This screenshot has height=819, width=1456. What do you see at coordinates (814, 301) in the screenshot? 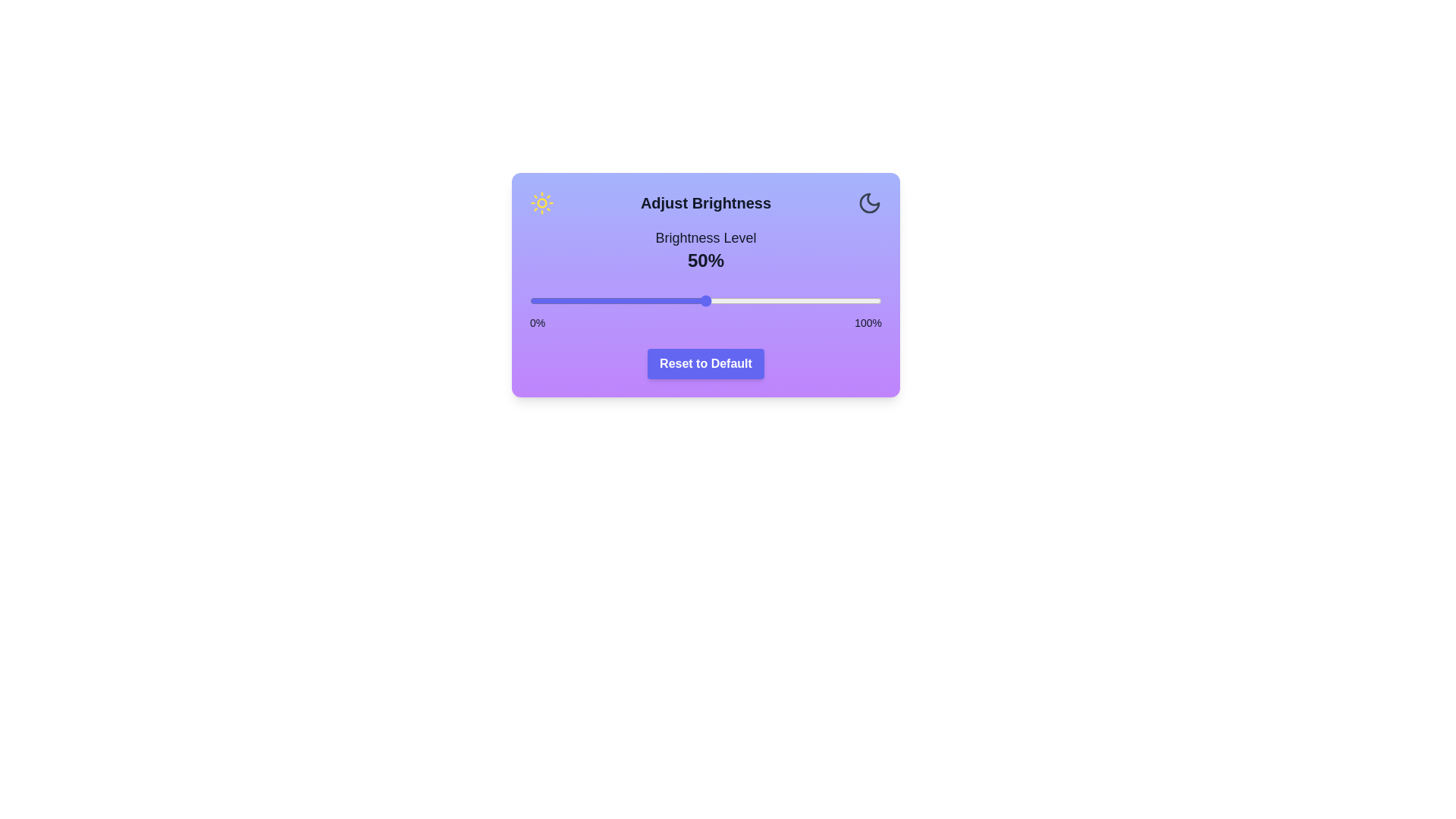
I see `the brightness to 81% by moving the slider` at bounding box center [814, 301].